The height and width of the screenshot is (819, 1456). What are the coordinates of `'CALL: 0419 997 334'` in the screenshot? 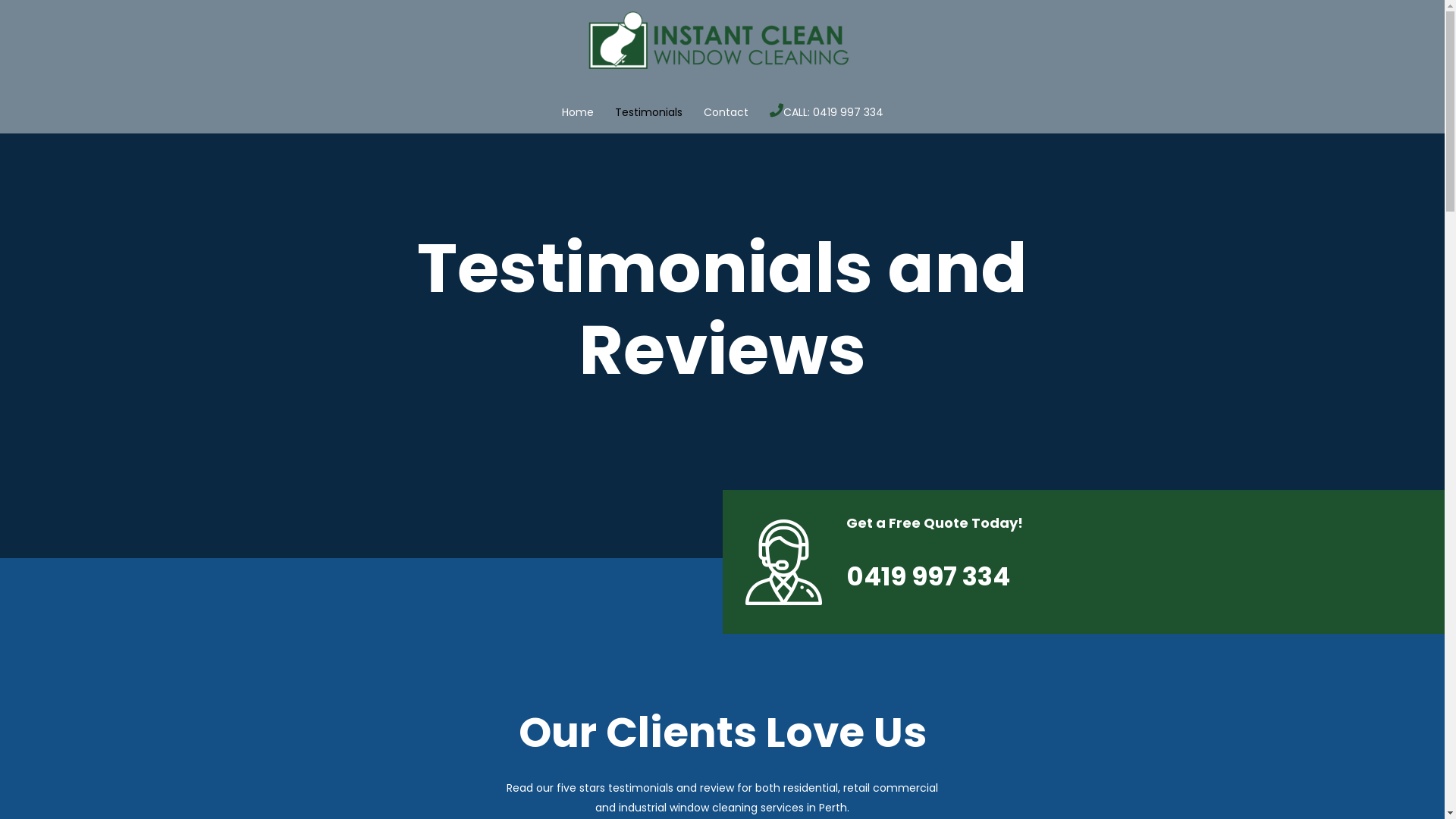 It's located at (832, 111).